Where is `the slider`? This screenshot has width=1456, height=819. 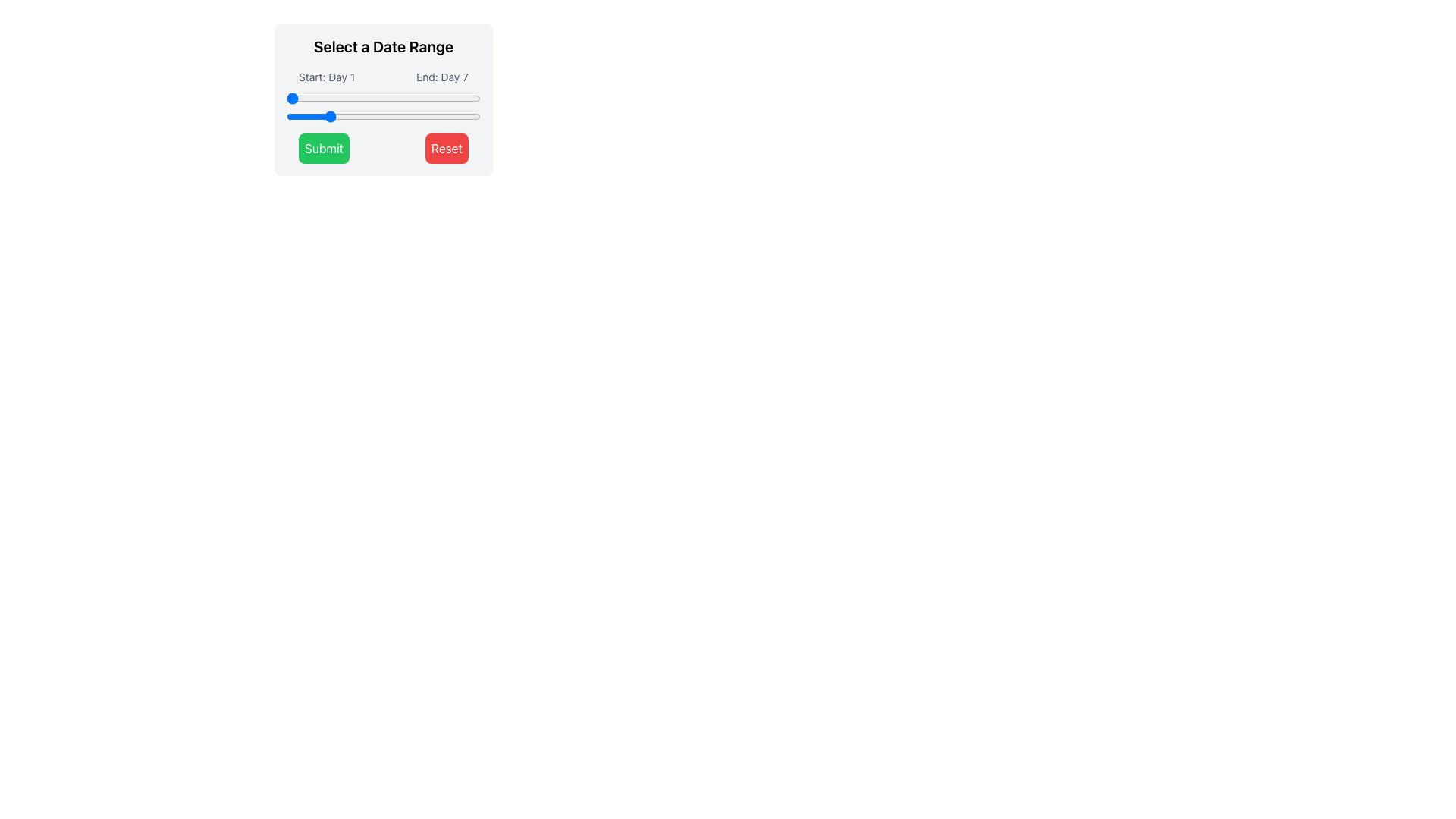
the slider is located at coordinates (380, 99).